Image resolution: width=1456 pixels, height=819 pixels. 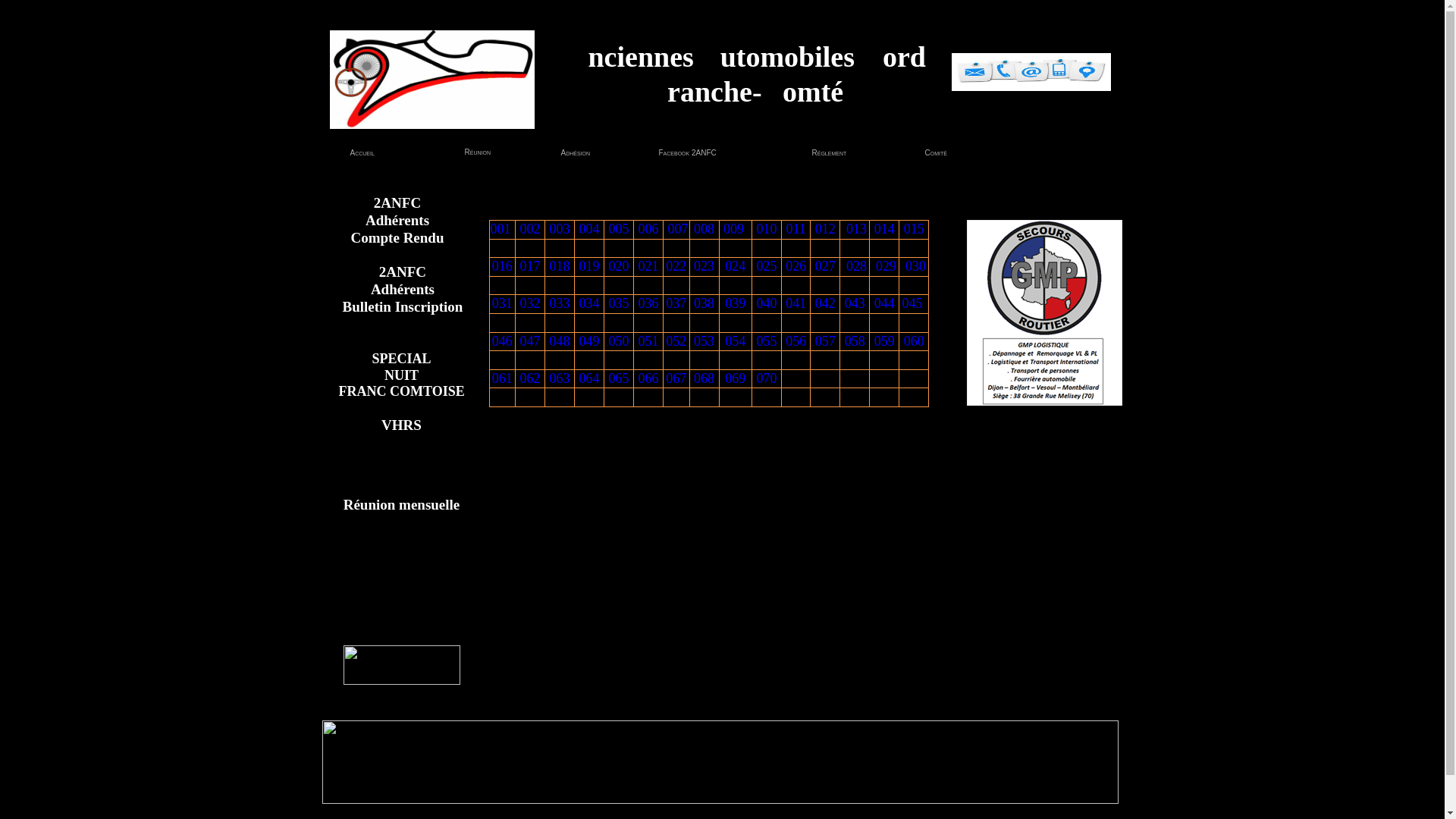 What do you see at coordinates (703, 341) in the screenshot?
I see `'053'` at bounding box center [703, 341].